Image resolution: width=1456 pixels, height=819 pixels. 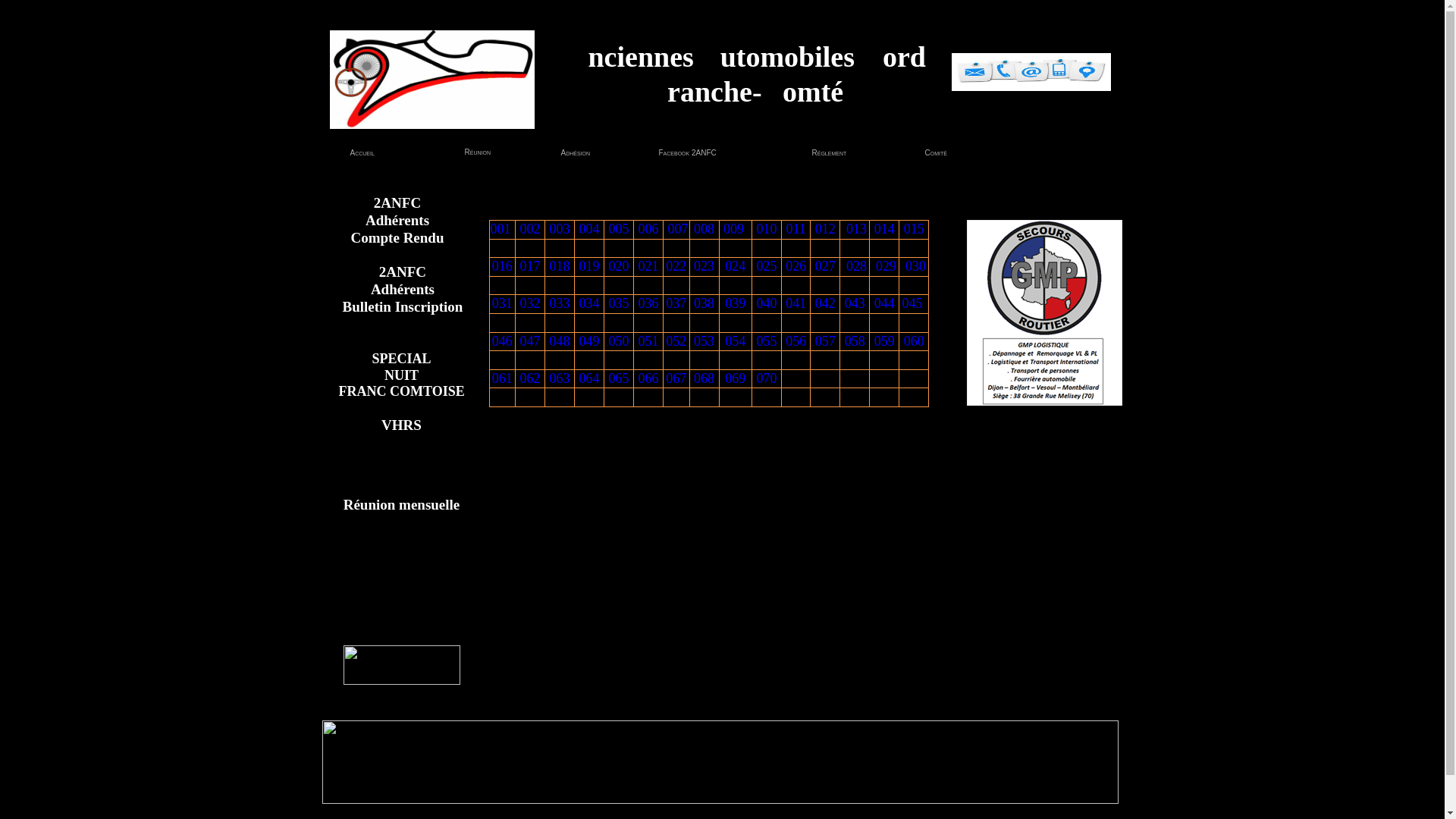 What do you see at coordinates (703, 341) in the screenshot?
I see `'053'` at bounding box center [703, 341].